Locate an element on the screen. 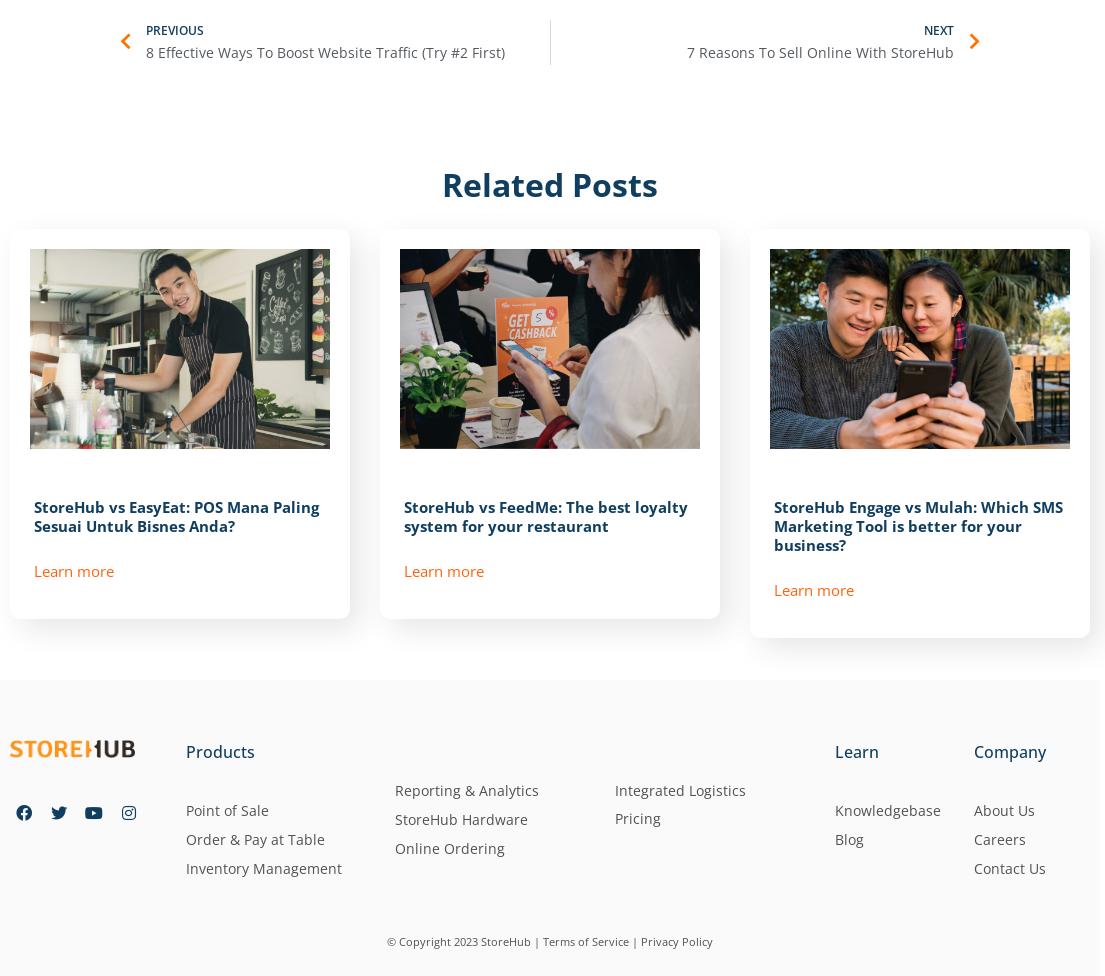 The width and height of the screenshot is (1105, 976). '8 Effective Ways To Boost Website Traffic (Try #2 First)' is located at coordinates (325, 52).